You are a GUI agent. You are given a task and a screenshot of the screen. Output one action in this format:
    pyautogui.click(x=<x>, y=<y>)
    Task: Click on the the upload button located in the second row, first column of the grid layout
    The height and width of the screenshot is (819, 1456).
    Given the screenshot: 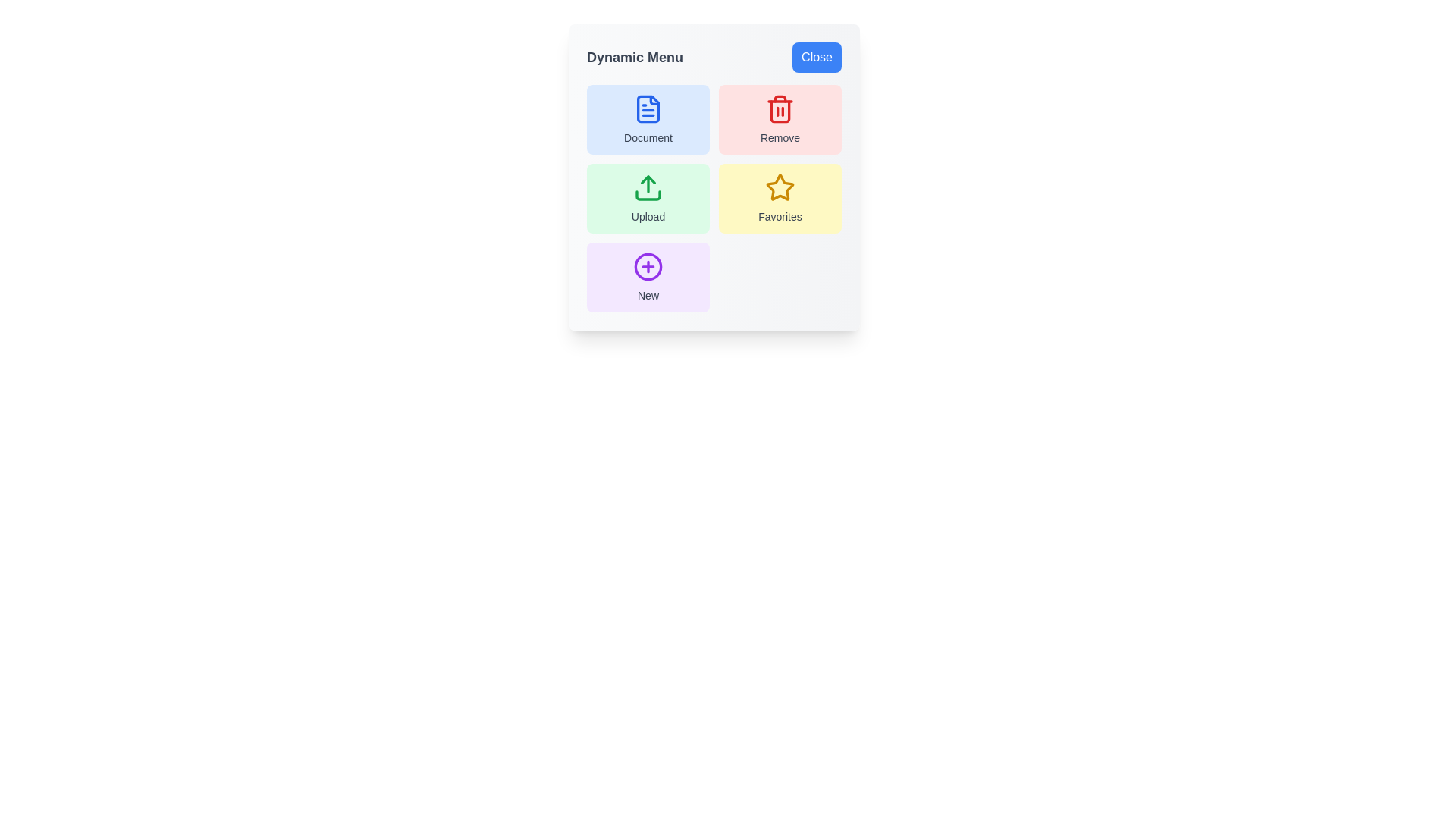 What is the action you would take?
    pyautogui.click(x=648, y=198)
    